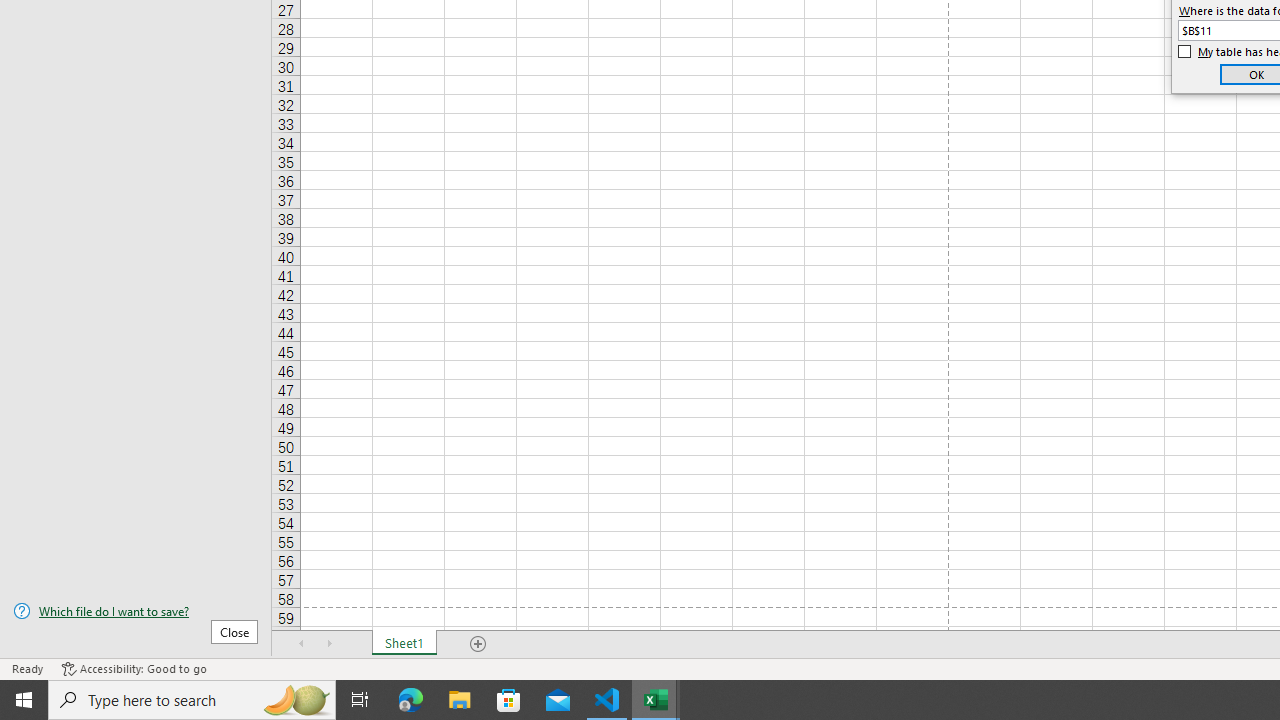 This screenshot has width=1280, height=720. What do you see at coordinates (133, 669) in the screenshot?
I see `'Accessibility Checker Accessibility: Good to go'` at bounding box center [133, 669].